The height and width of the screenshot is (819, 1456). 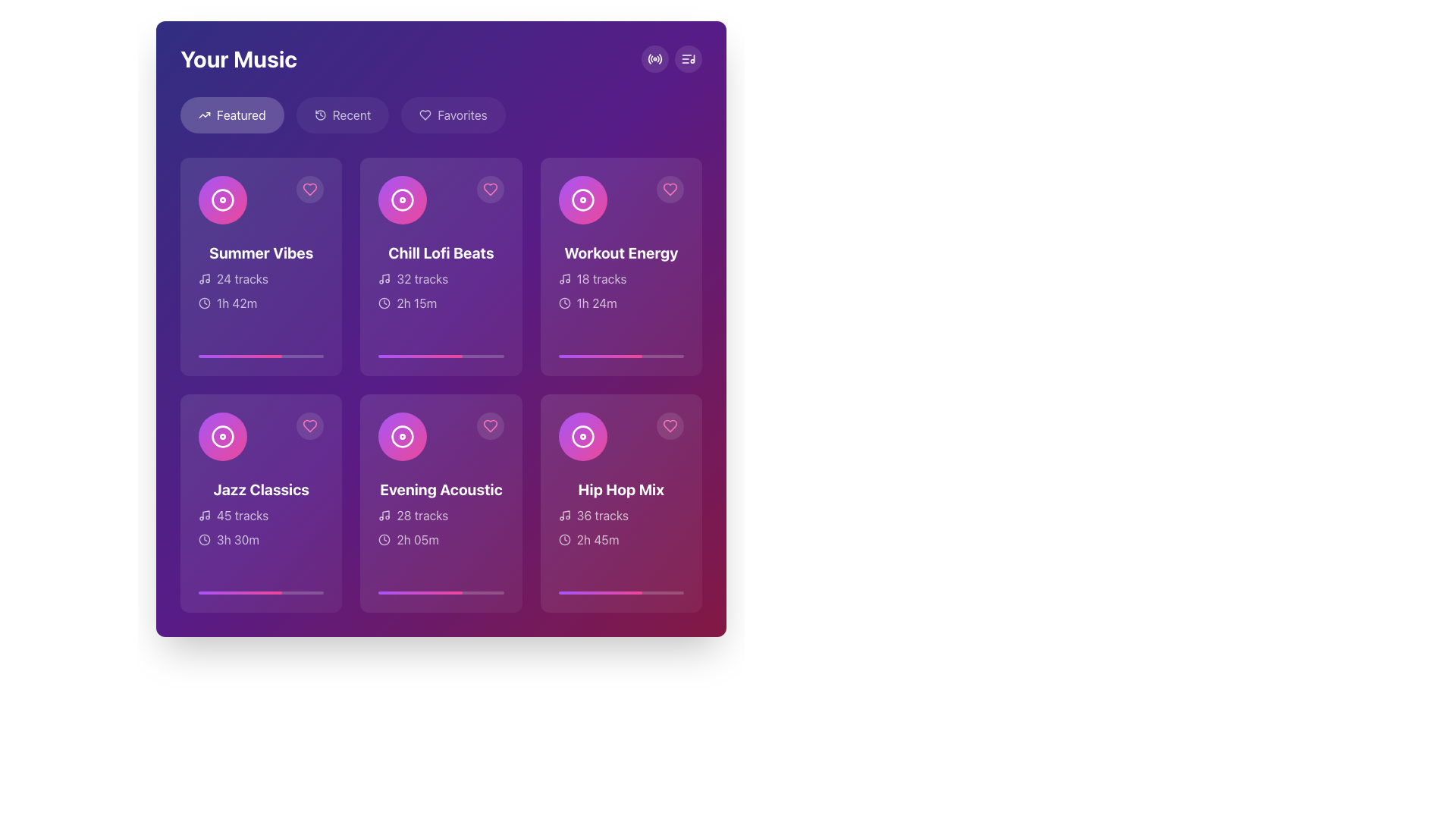 What do you see at coordinates (461, 114) in the screenshot?
I see `the text label within the 'Favorites' button located at the top center of the interface` at bounding box center [461, 114].